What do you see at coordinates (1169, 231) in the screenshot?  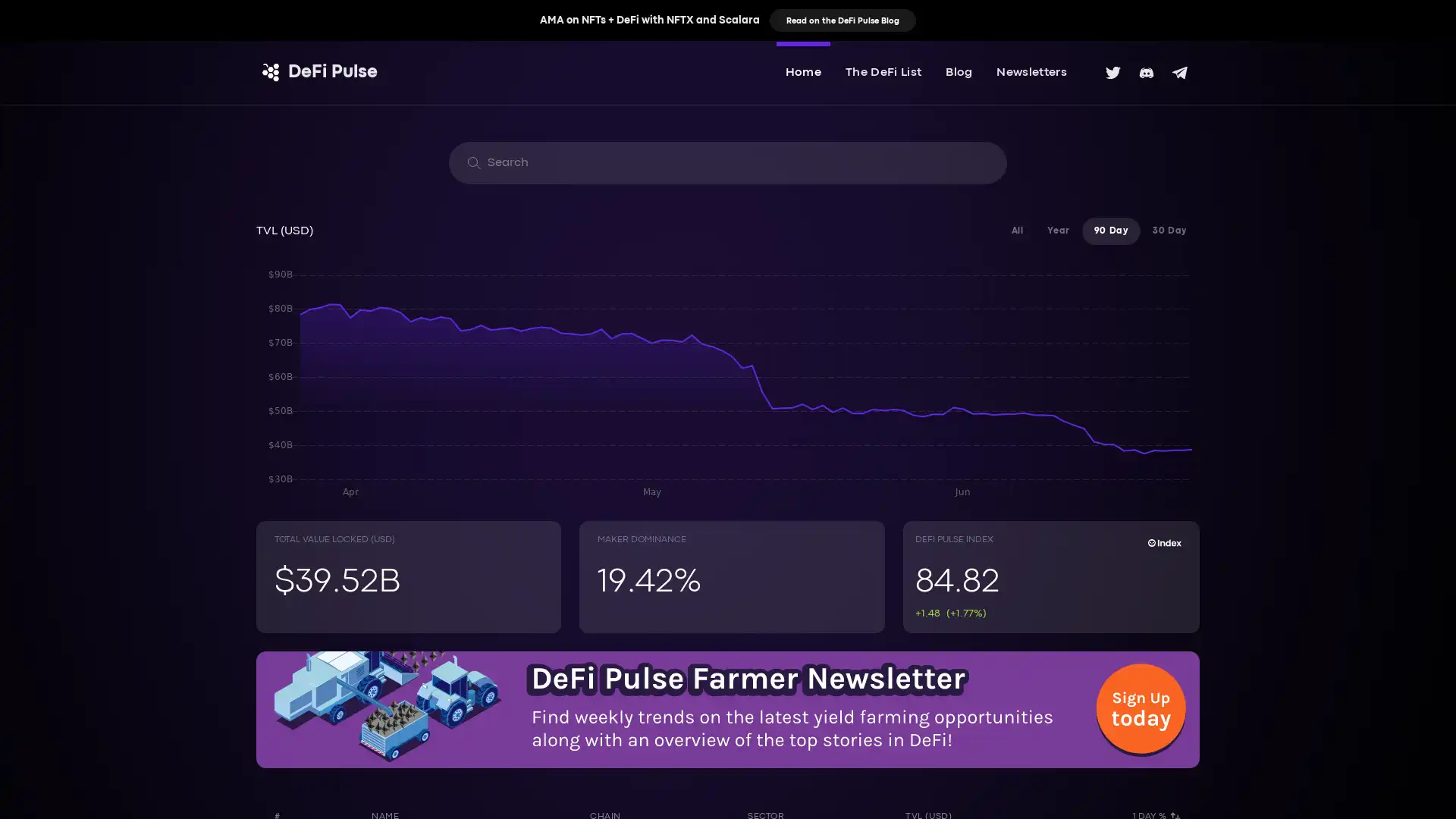 I see `30 Day` at bounding box center [1169, 231].